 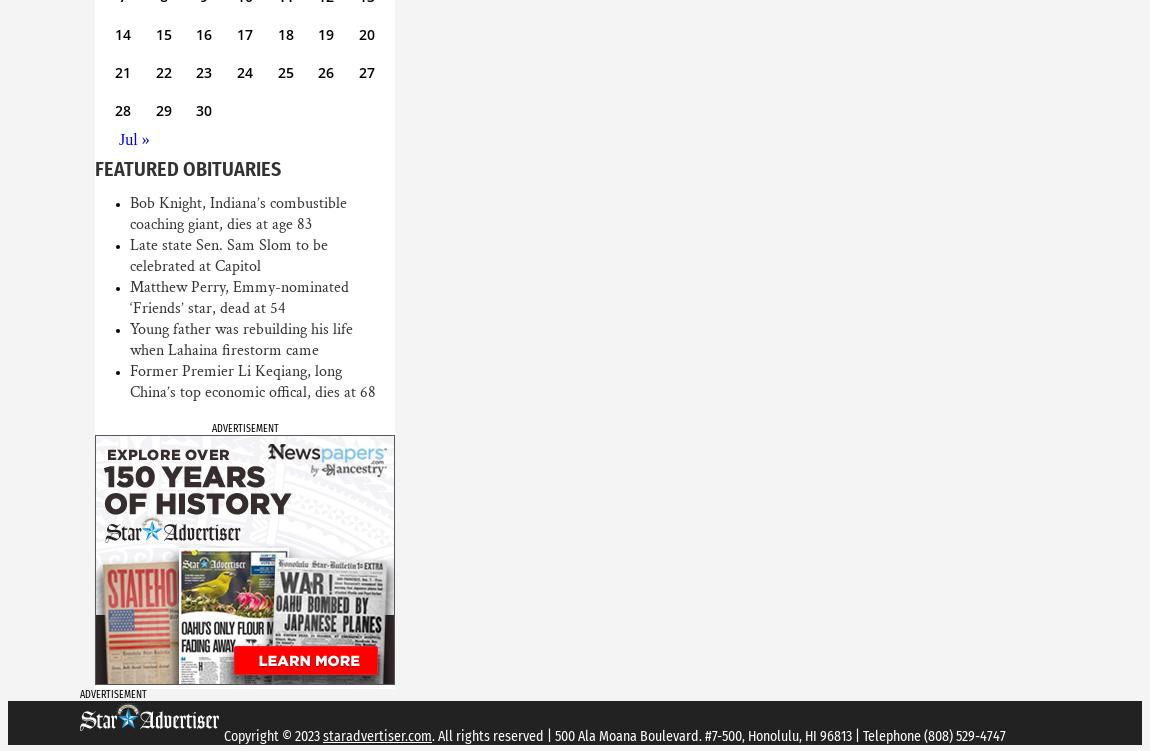 What do you see at coordinates (276, 72) in the screenshot?
I see `'25'` at bounding box center [276, 72].